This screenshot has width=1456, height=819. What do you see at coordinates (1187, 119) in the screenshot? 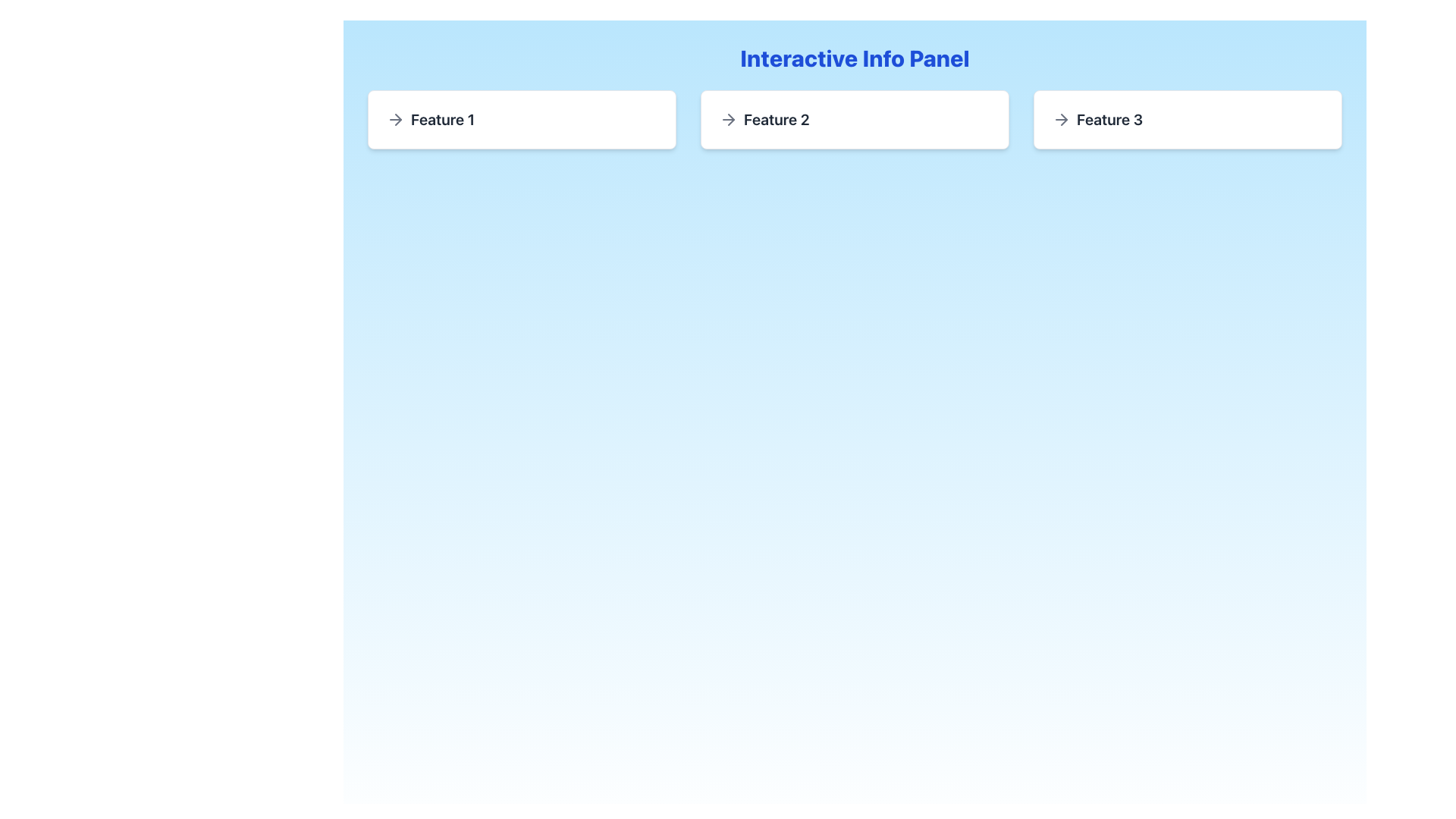
I see `the Card or Button-like Component representing 'Feature 3' located in the third column of a three-column grid layout` at bounding box center [1187, 119].